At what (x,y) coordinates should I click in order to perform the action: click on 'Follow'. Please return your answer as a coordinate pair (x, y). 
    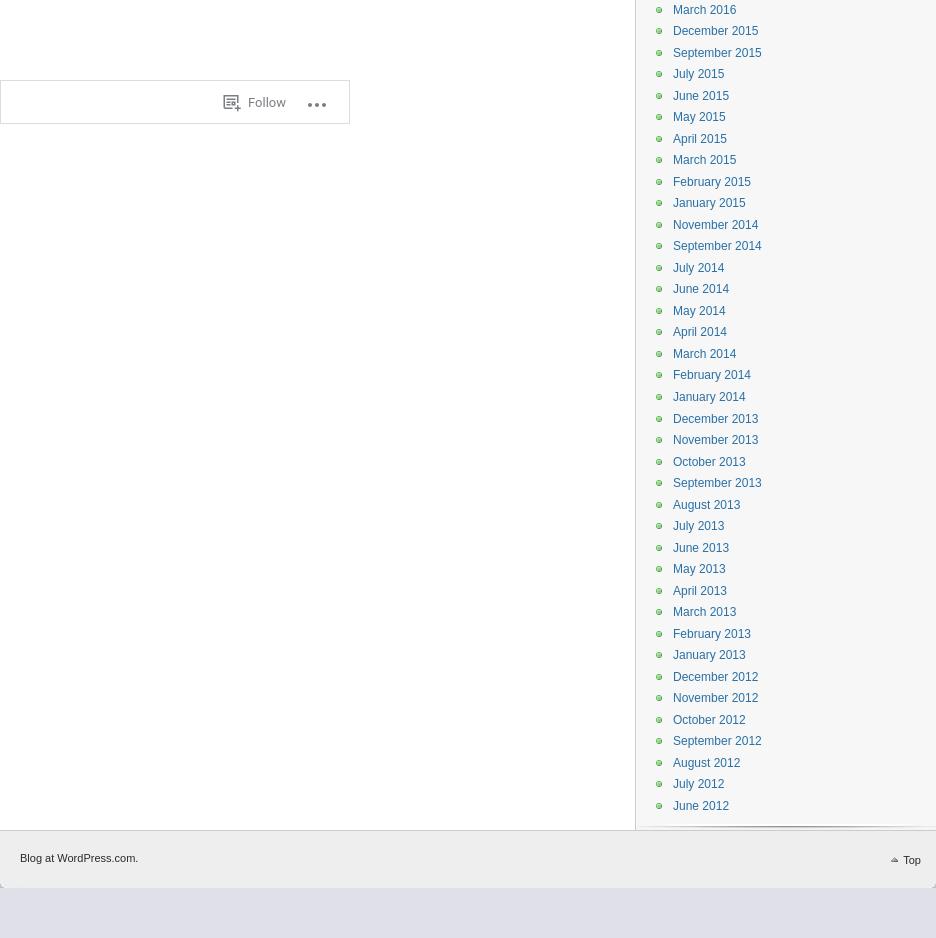
    Looking at the image, I should click on (247, 101).